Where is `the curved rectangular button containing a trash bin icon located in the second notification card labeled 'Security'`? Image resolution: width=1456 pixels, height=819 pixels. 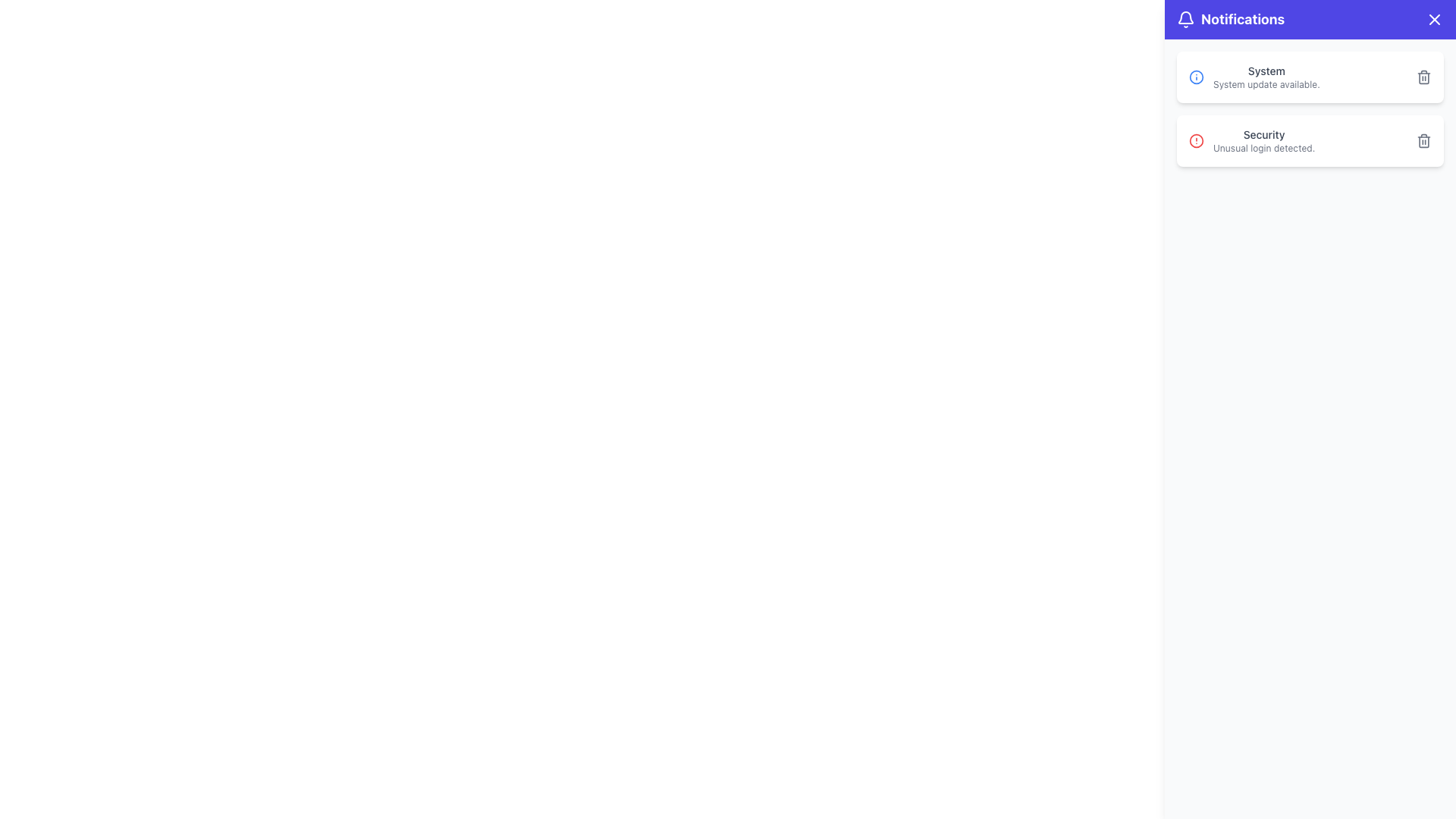 the curved rectangular button containing a trash bin icon located in the second notification card labeled 'Security' is located at coordinates (1423, 141).